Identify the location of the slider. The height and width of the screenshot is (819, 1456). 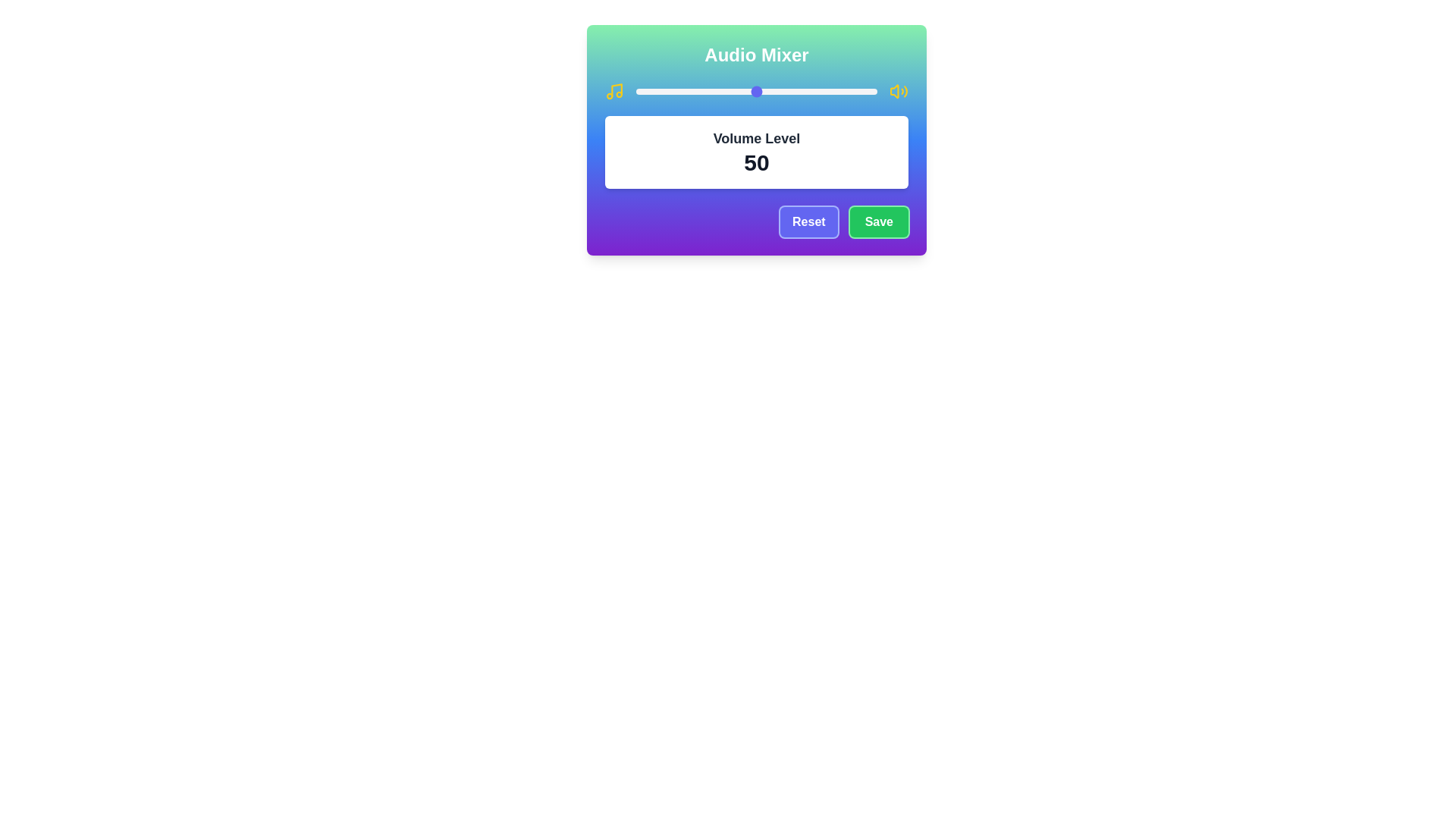
(815, 91).